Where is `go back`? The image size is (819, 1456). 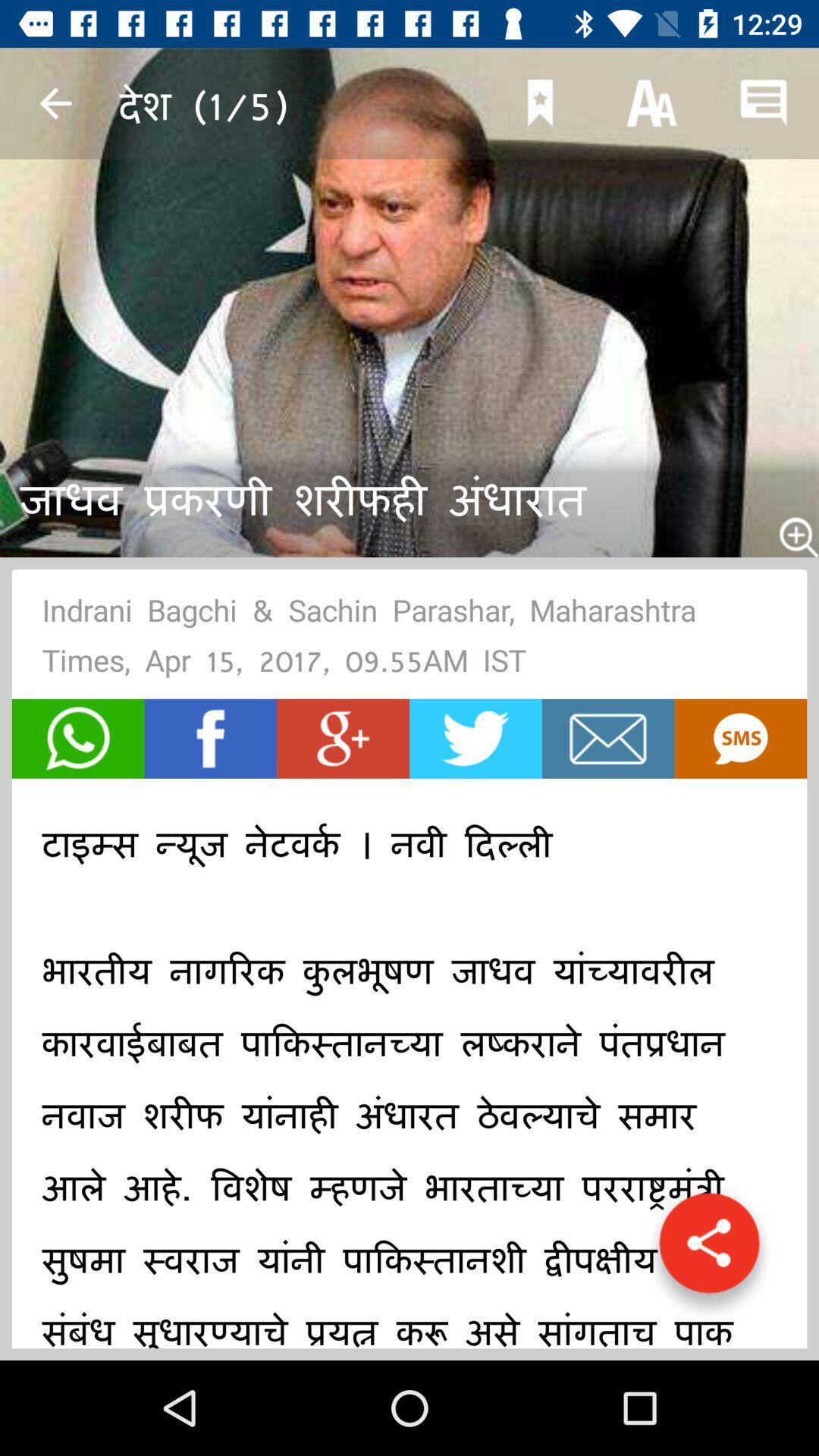 go back is located at coordinates (55, 102).